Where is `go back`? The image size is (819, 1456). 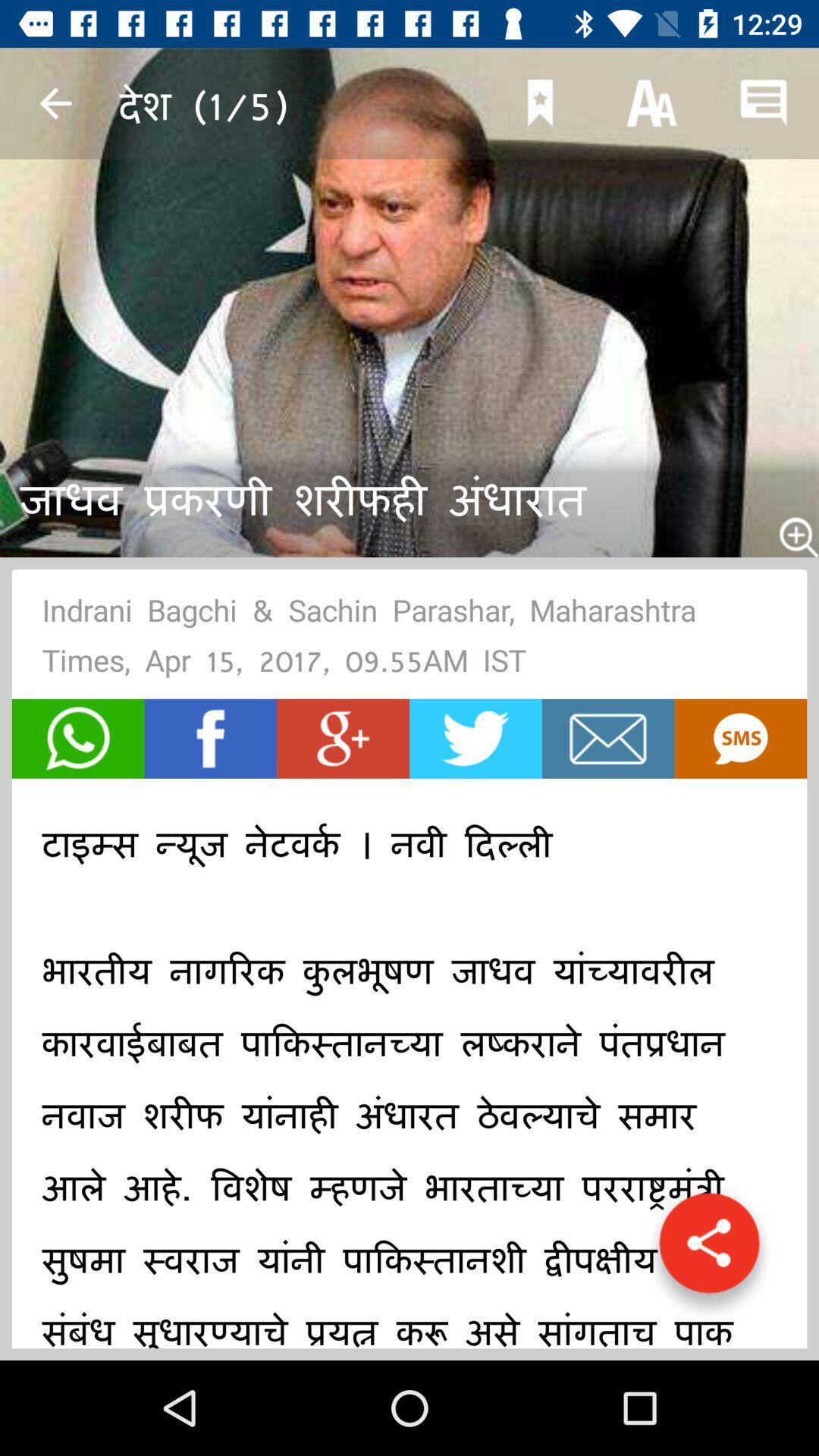 go back is located at coordinates (55, 102).